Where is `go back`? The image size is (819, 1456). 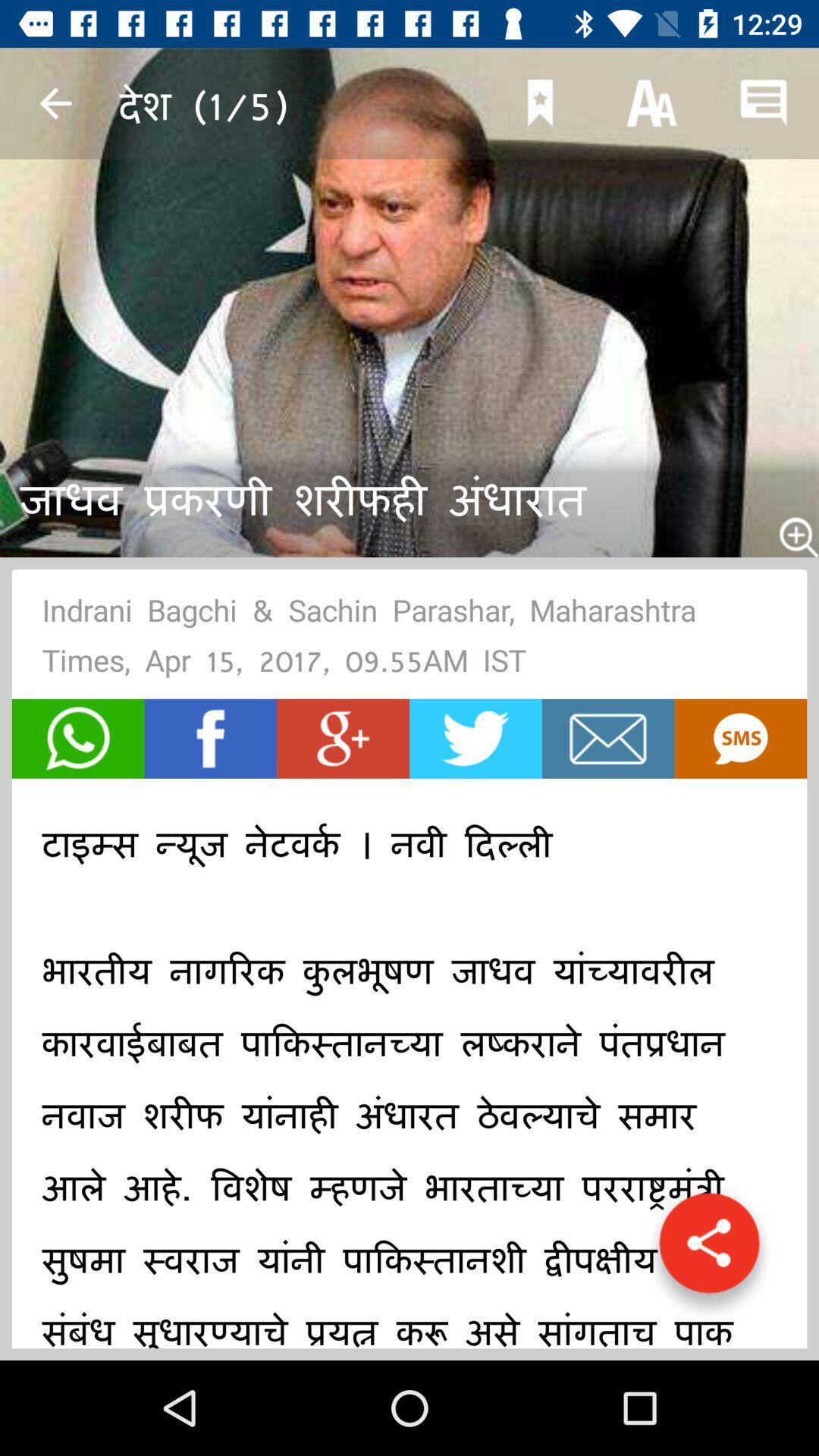 go back is located at coordinates (55, 102).